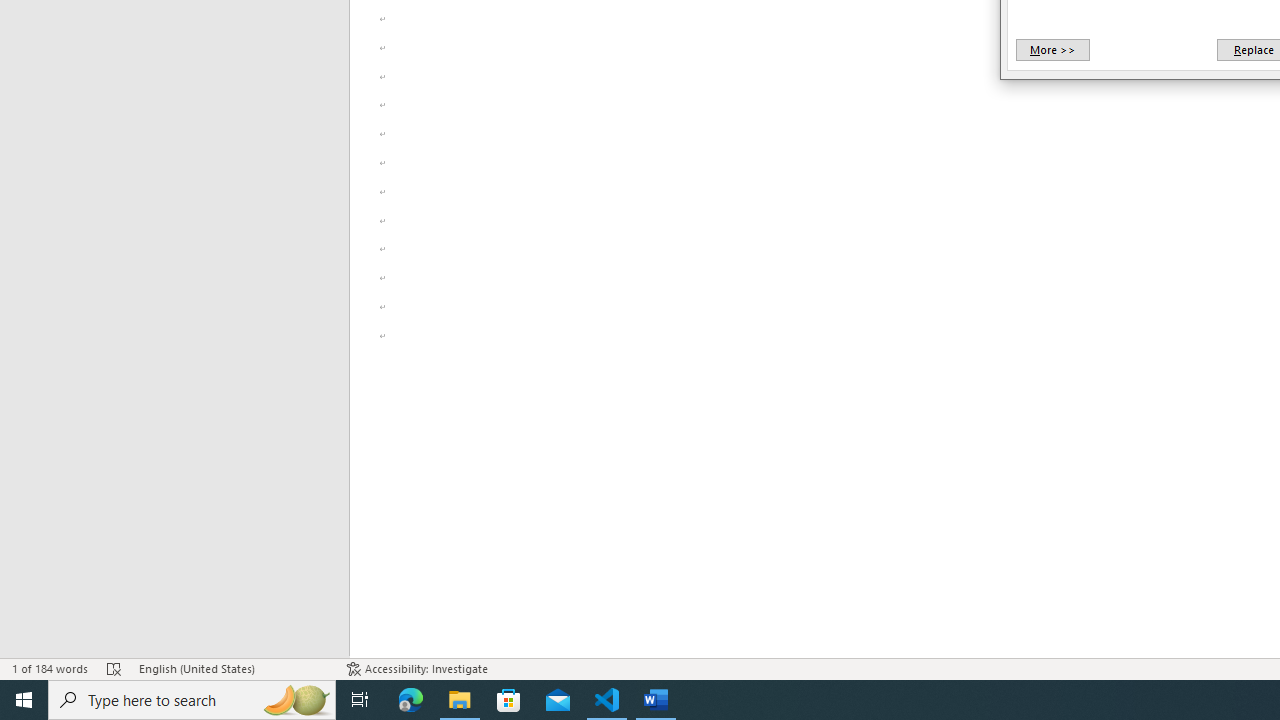 The height and width of the screenshot is (720, 1280). I want to click on 'Accessibility Checker Accessibility: Investigate', so click(416, 669).